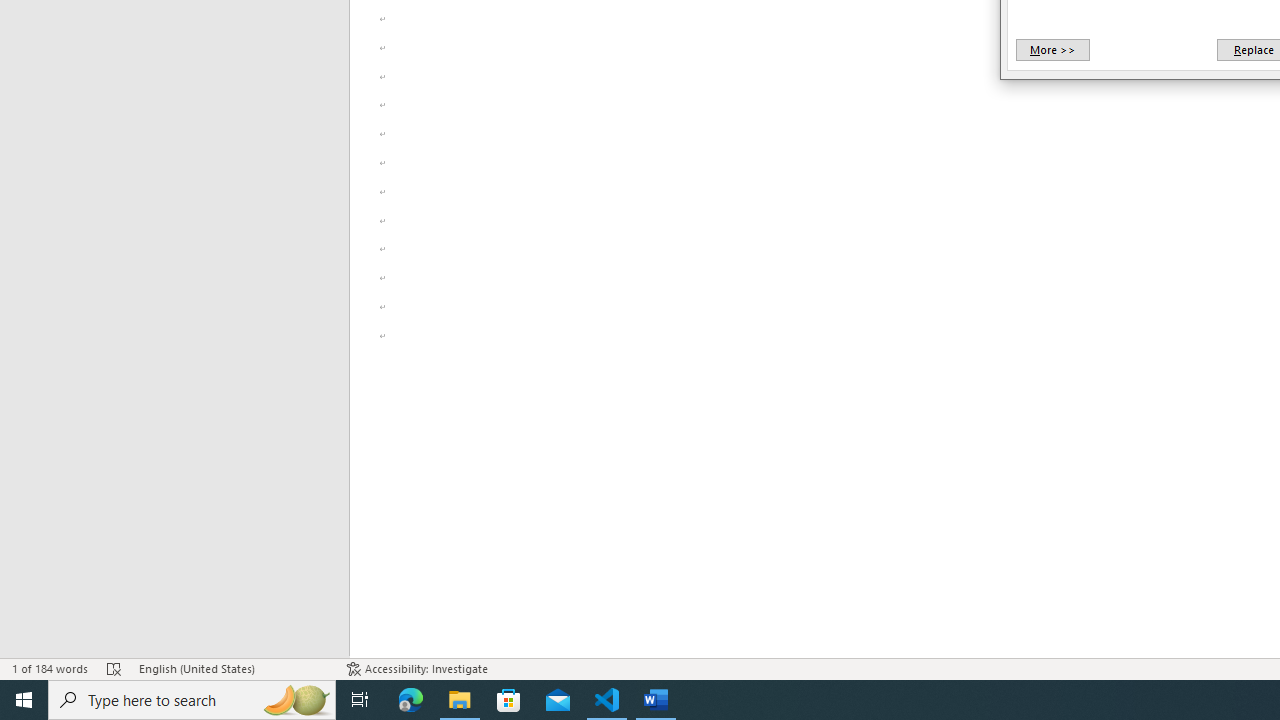 The height and width of the screenshot is (720, 1280). I want to click on 'Accessibility Checker Accessibility: Investigate', so click(416, 669).